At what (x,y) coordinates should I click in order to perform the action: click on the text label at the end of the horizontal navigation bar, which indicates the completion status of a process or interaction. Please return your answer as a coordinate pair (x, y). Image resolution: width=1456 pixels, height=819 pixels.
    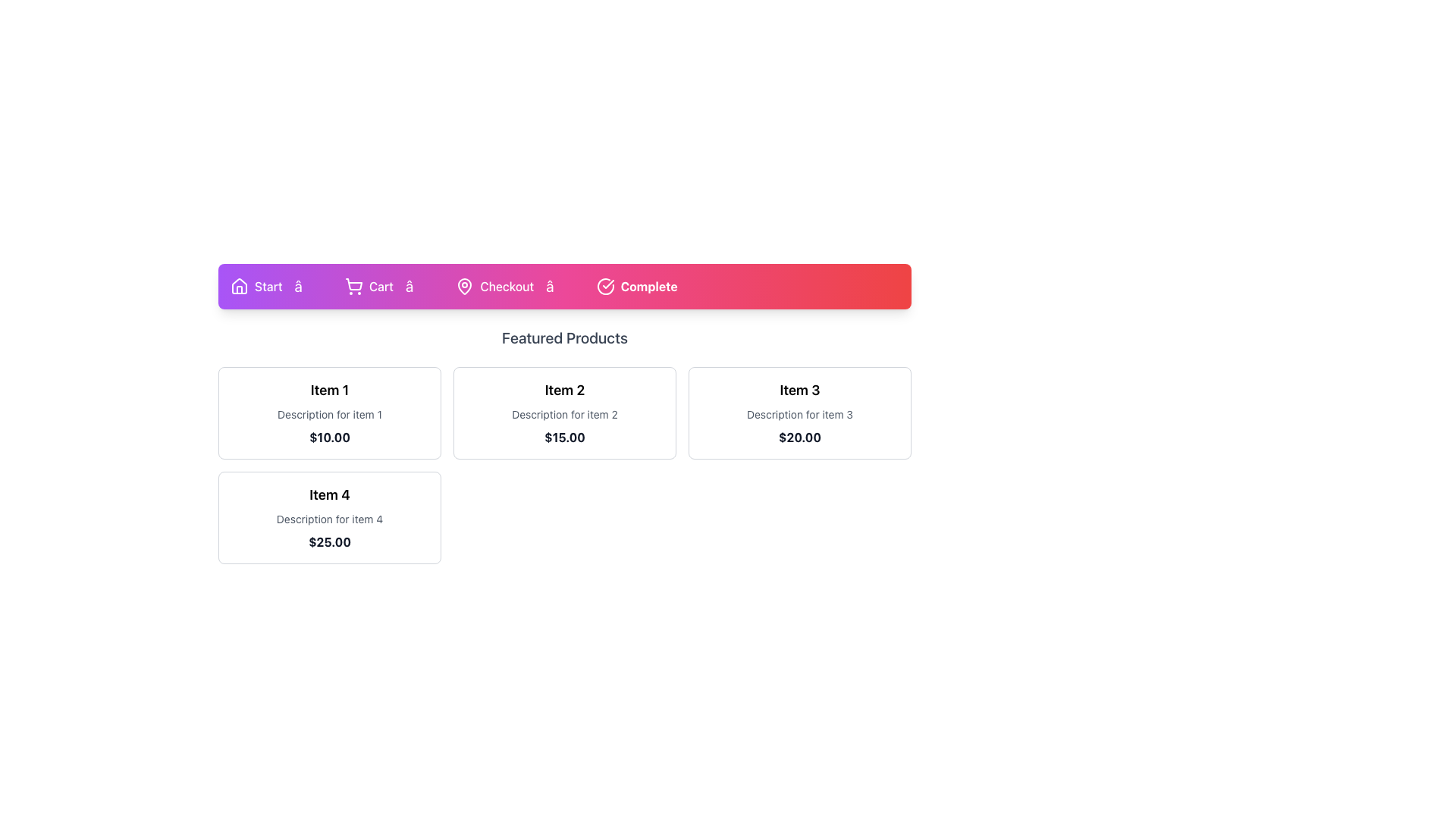
    Looking at the image, I should click on (649, 287).